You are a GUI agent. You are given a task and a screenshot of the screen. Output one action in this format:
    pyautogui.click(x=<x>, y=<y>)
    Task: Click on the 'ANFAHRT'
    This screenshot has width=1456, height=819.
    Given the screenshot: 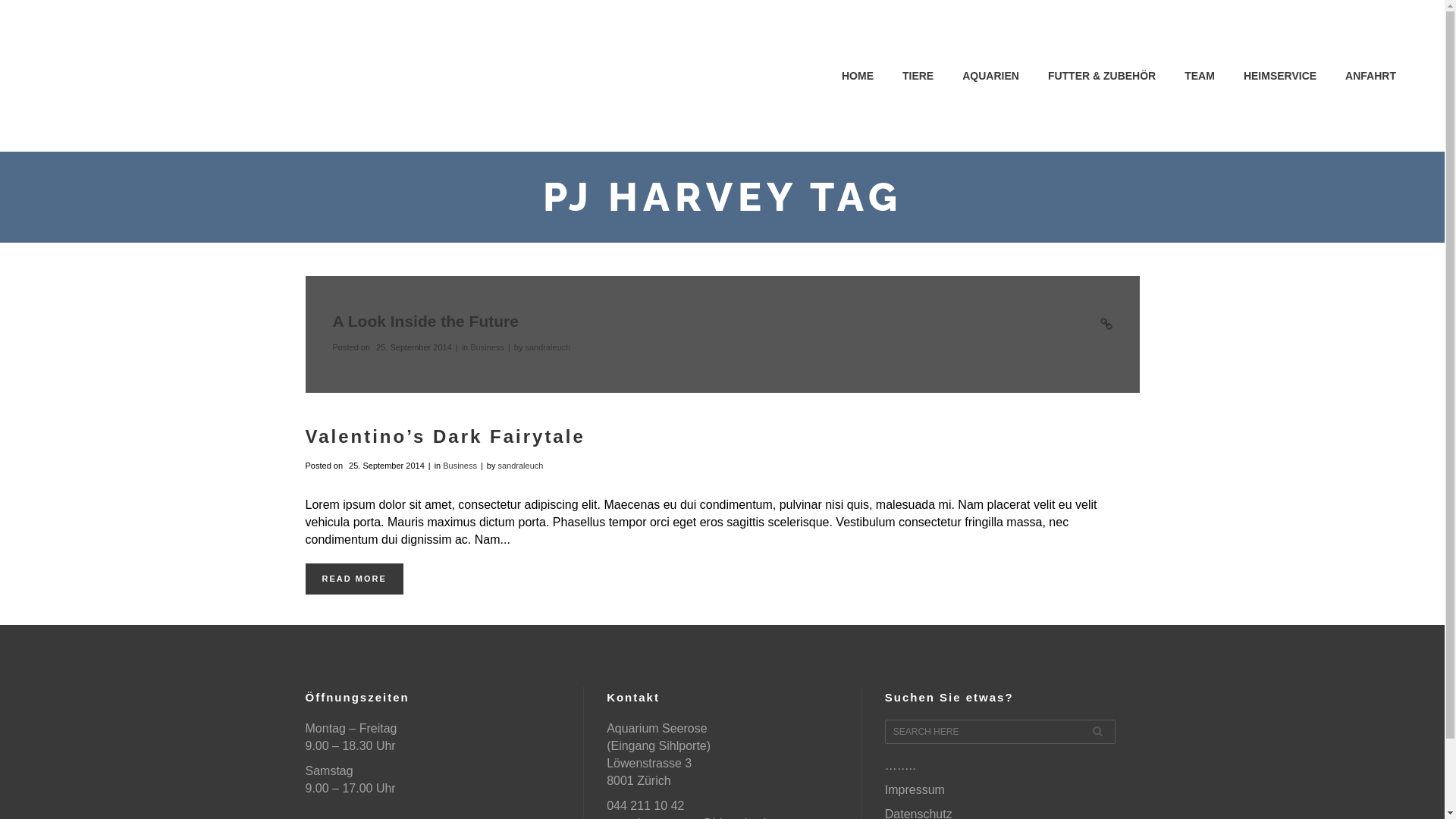 What is the action you would take?
    pyautogui.click(x=1370, y=76)
    